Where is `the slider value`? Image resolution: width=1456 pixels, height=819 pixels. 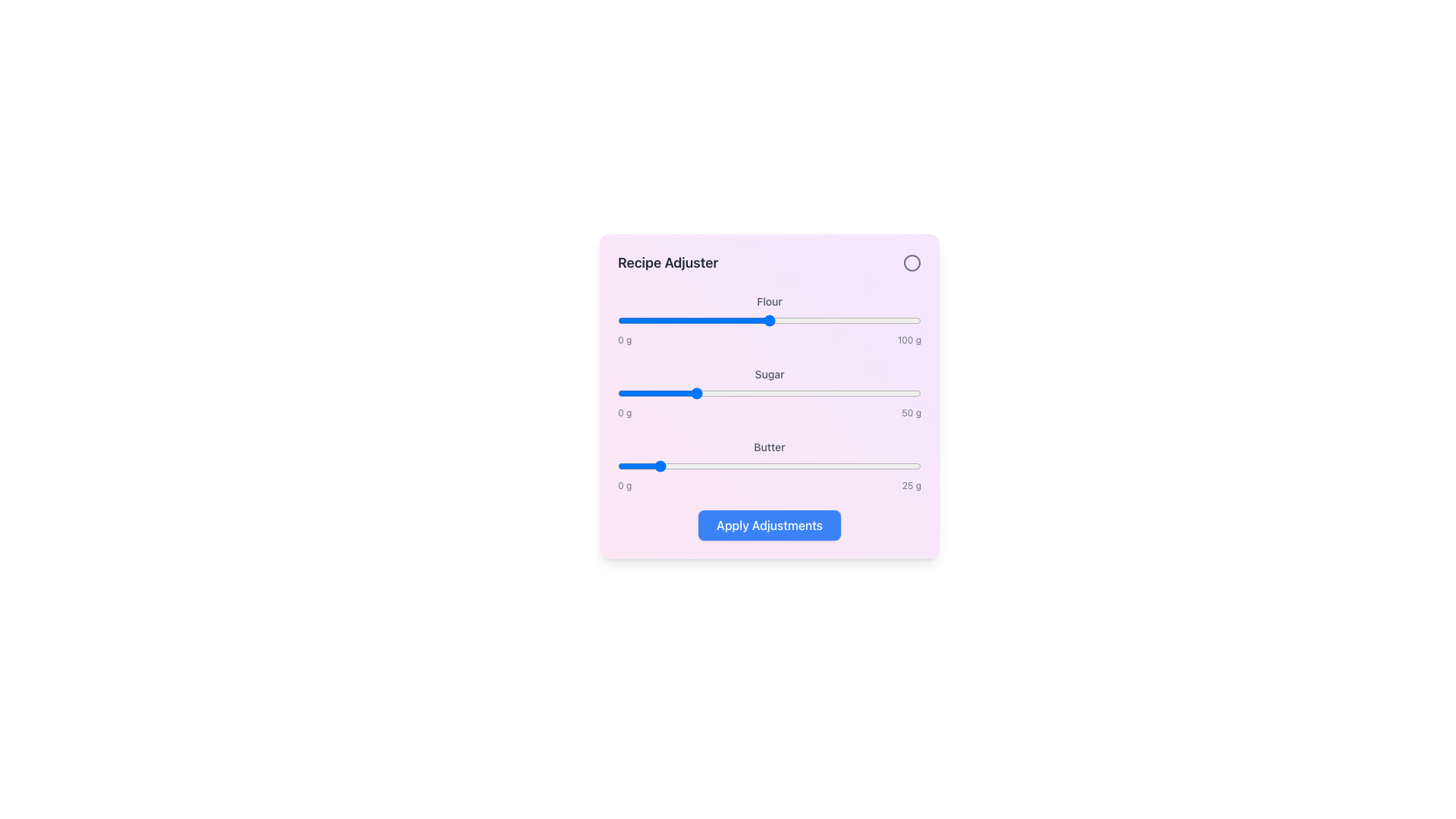
the slider value is located at coordinates (877, 320).